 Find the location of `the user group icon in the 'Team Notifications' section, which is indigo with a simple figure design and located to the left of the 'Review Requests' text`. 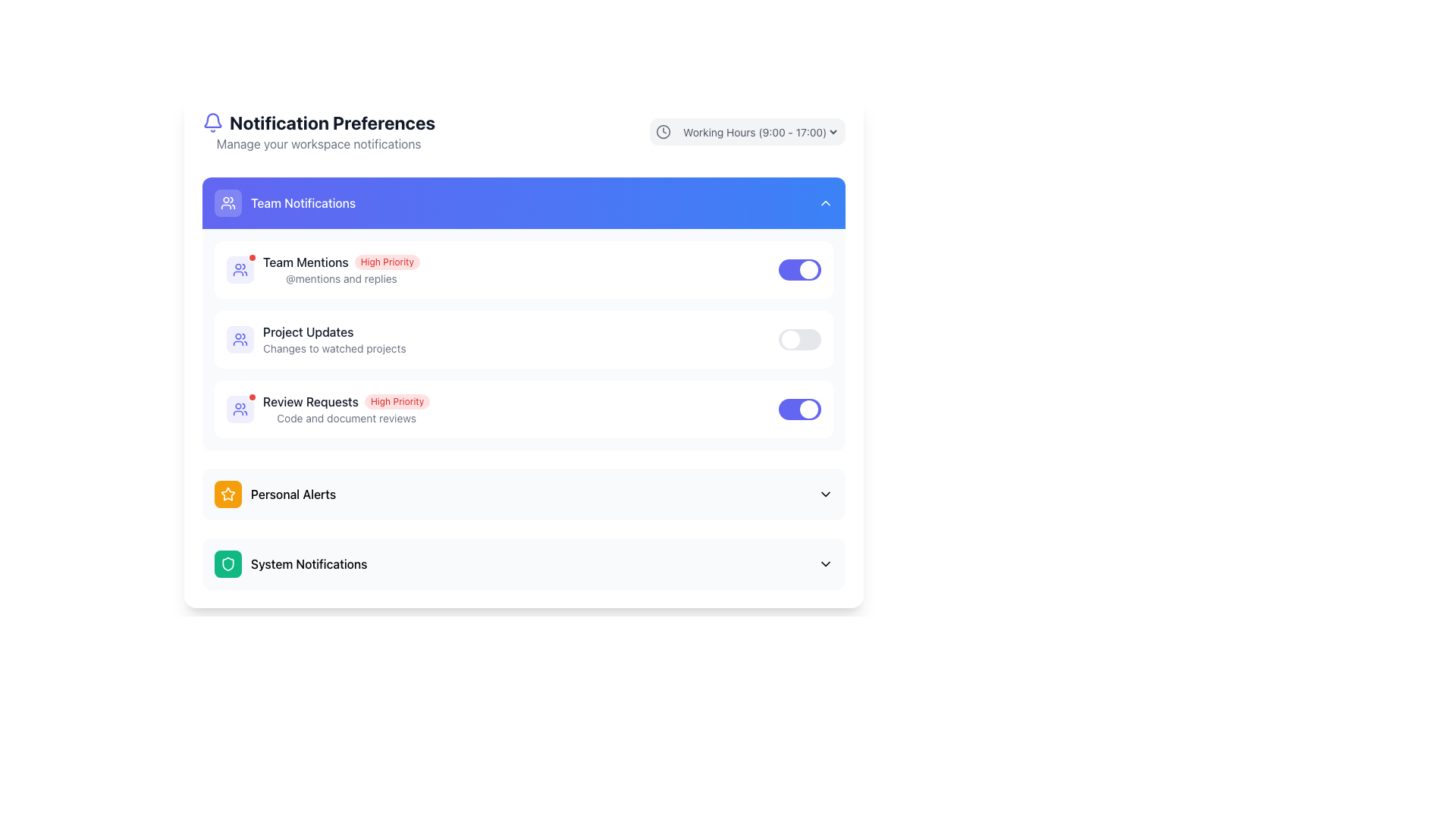

the user group icon in the 'Team Notifications' section, which is indigo with a simple figure design and located to the left of the 'Review Requests' text is located at coordinates (239, 409).